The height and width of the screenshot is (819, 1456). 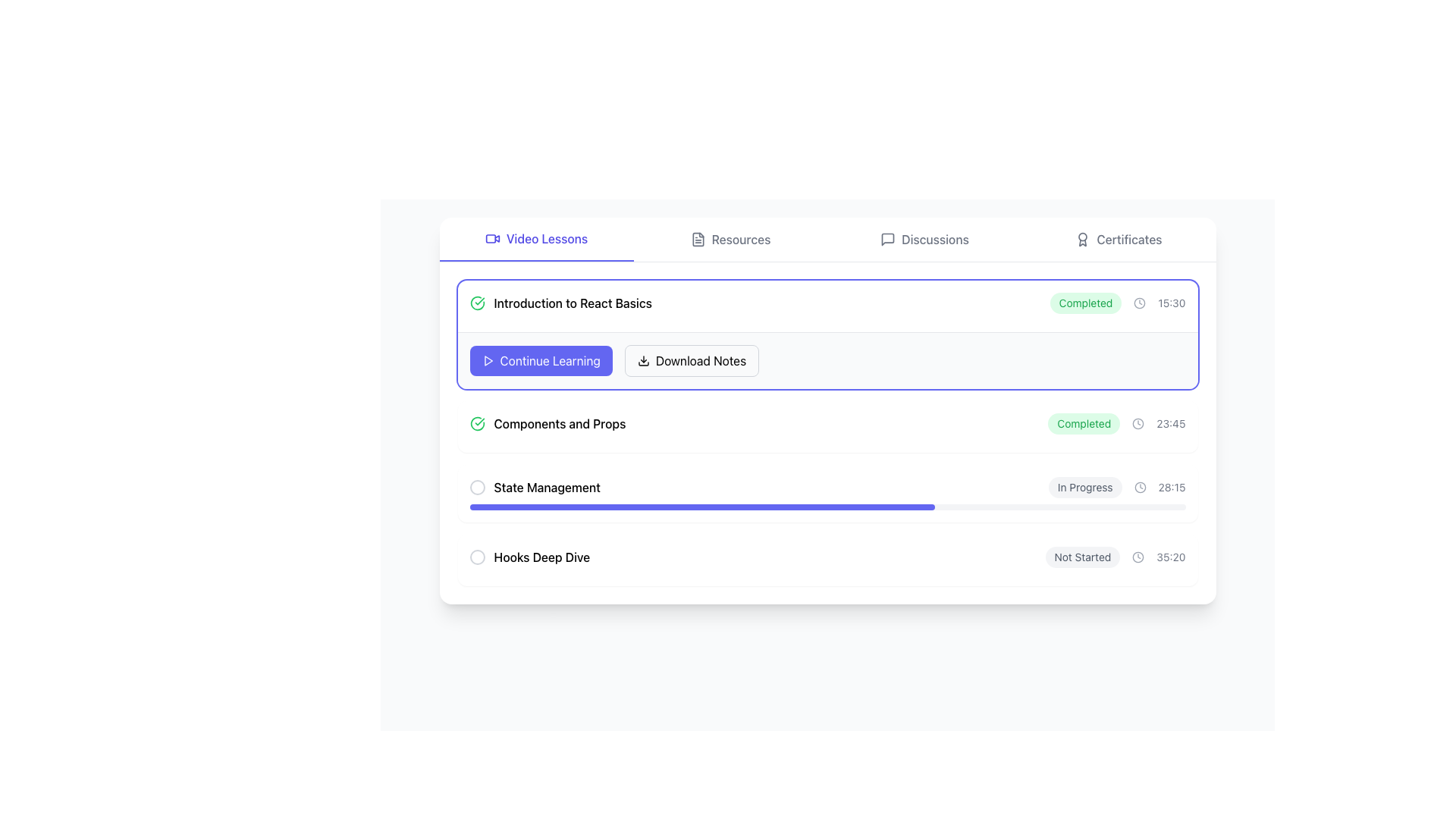 I want to click on the clock icon that represents timestamp information, located between the text 'Completed' and '23:45', so click(x=1138, y=424).